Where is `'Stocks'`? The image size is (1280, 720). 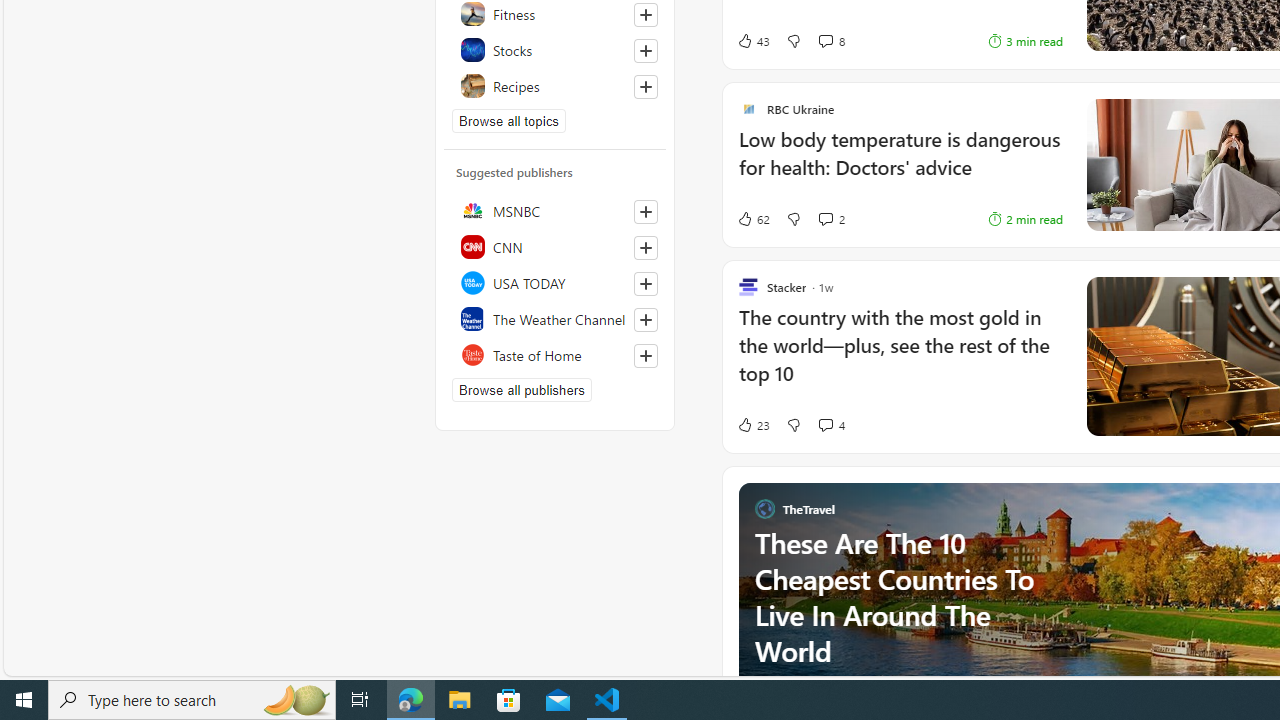
'Stocks' is located at coordinates (555, 49).